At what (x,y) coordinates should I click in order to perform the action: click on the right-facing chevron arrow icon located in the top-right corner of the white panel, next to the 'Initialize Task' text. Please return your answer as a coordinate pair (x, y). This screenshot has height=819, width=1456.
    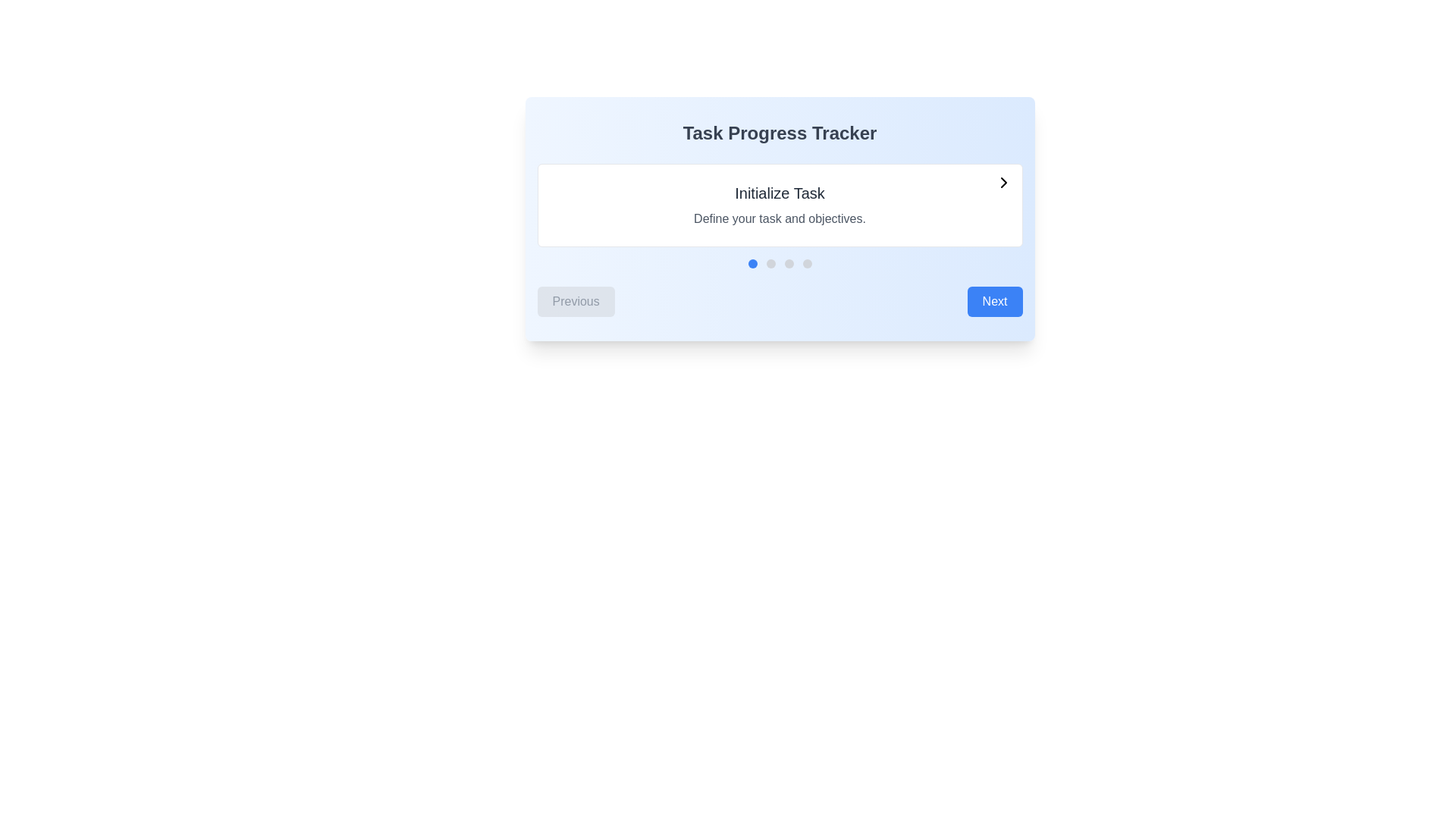
    Looking at the image, I should click on (1003, 181).